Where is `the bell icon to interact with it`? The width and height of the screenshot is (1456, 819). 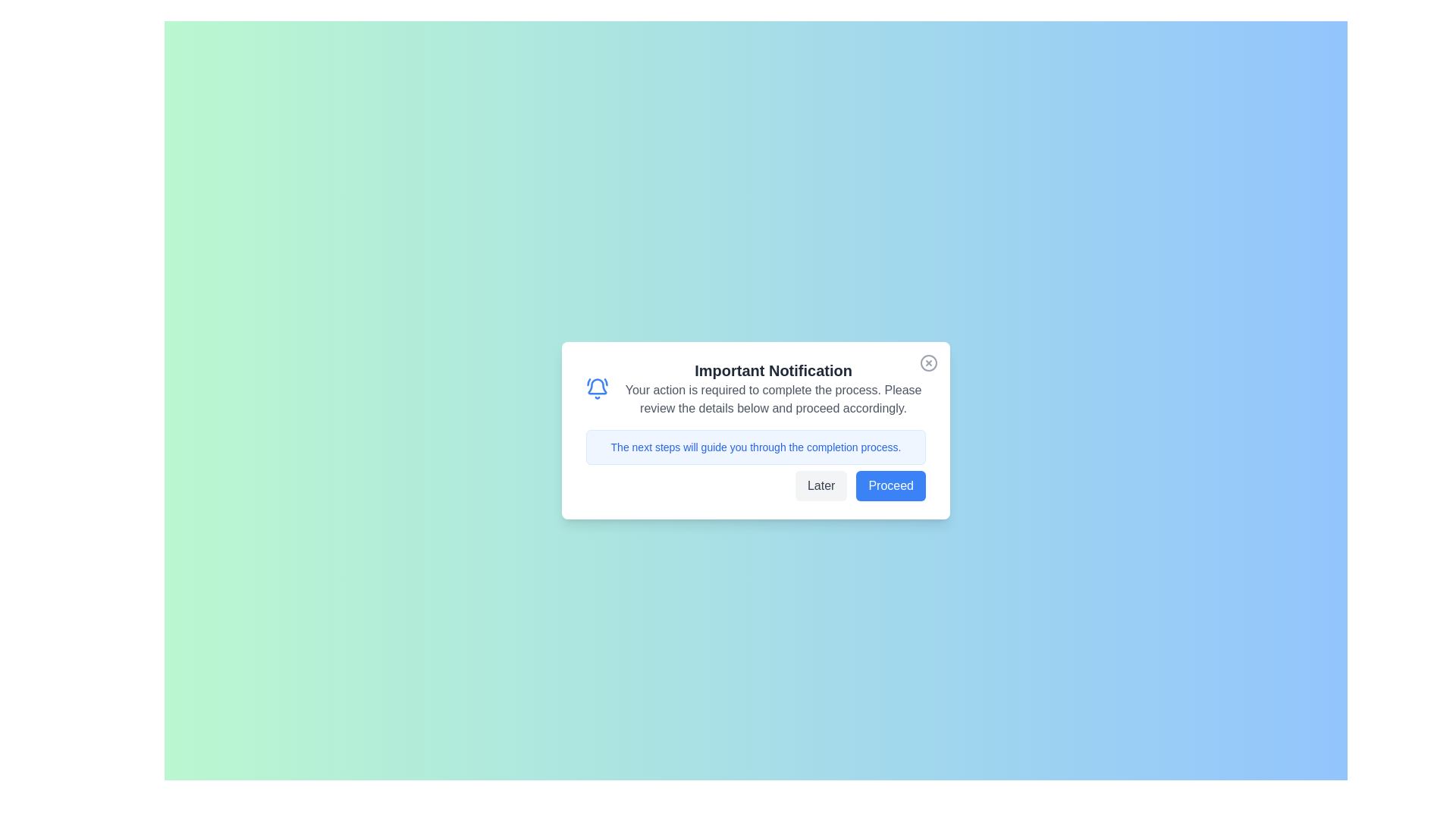
the bell icon to interact with it is located at coordinates (596, 388).